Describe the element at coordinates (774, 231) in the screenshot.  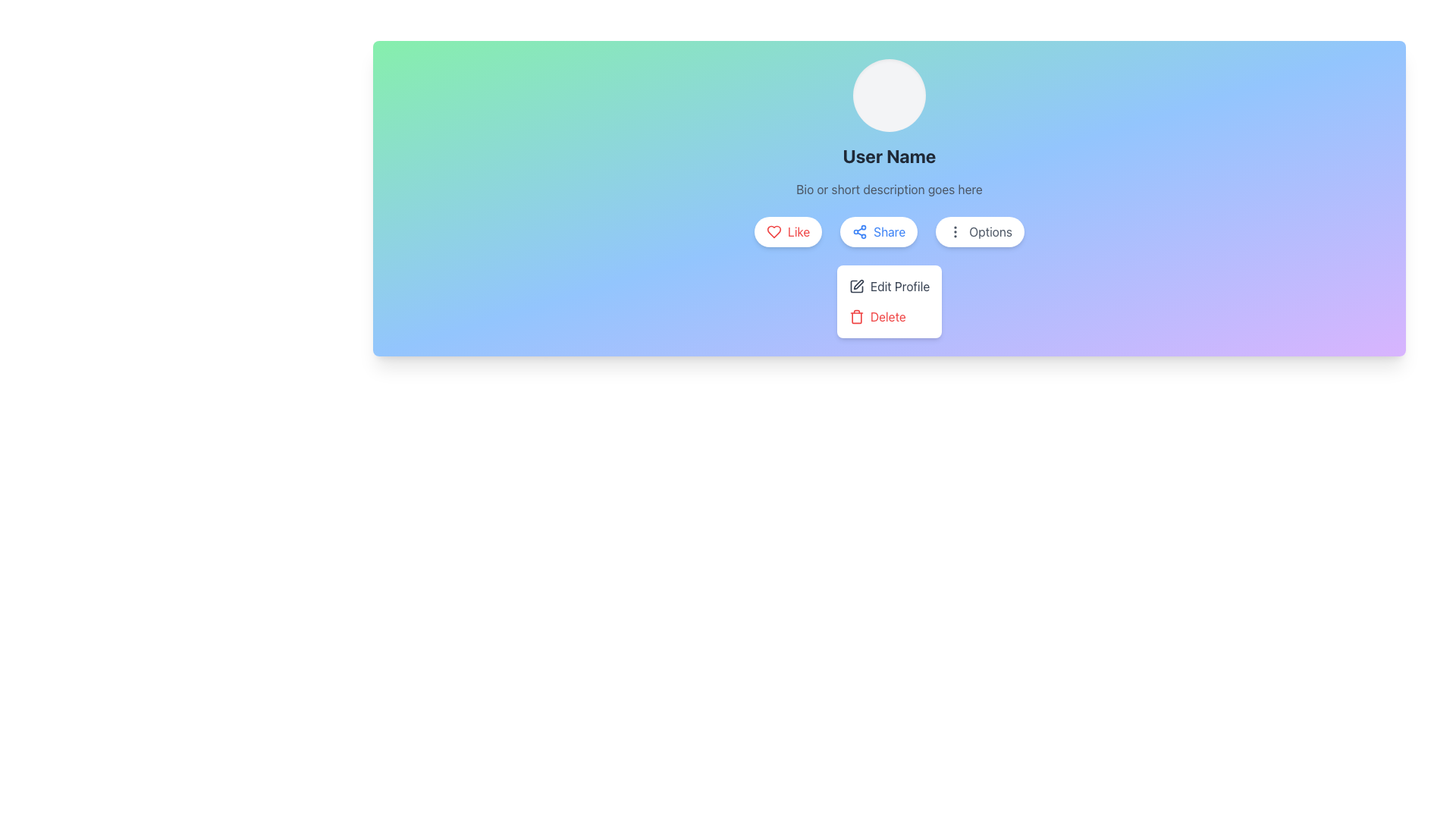
I see `the heart-shaped 'Like' icon` at that location.